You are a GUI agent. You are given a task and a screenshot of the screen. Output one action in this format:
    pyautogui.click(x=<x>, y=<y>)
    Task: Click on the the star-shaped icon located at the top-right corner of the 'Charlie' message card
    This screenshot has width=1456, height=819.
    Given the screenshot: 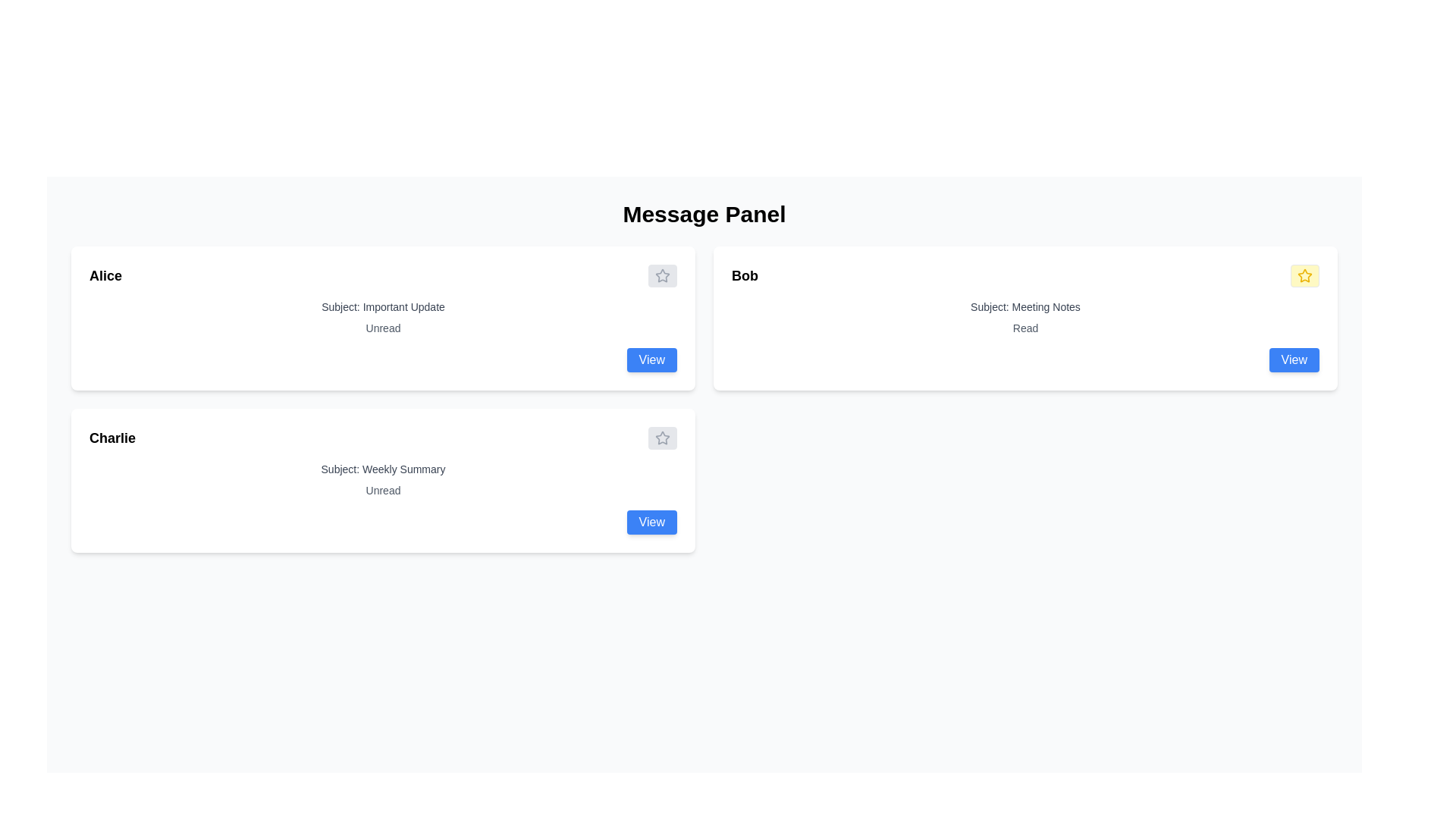 What is the action you would take?
    pyautogui.click(x=662, y=438)
    